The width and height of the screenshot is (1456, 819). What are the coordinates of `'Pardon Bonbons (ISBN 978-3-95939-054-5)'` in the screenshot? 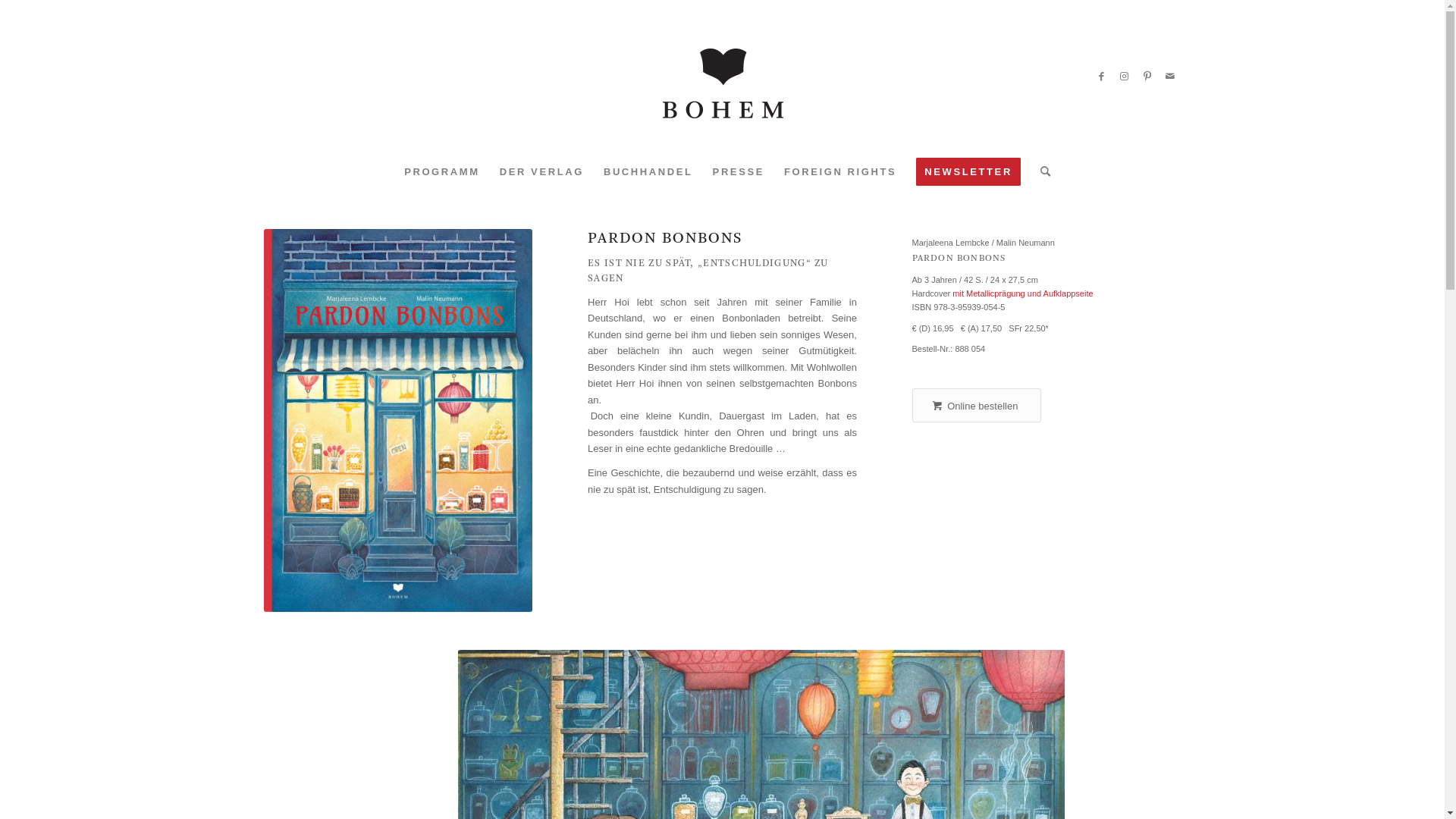 It's located at (398, 420).